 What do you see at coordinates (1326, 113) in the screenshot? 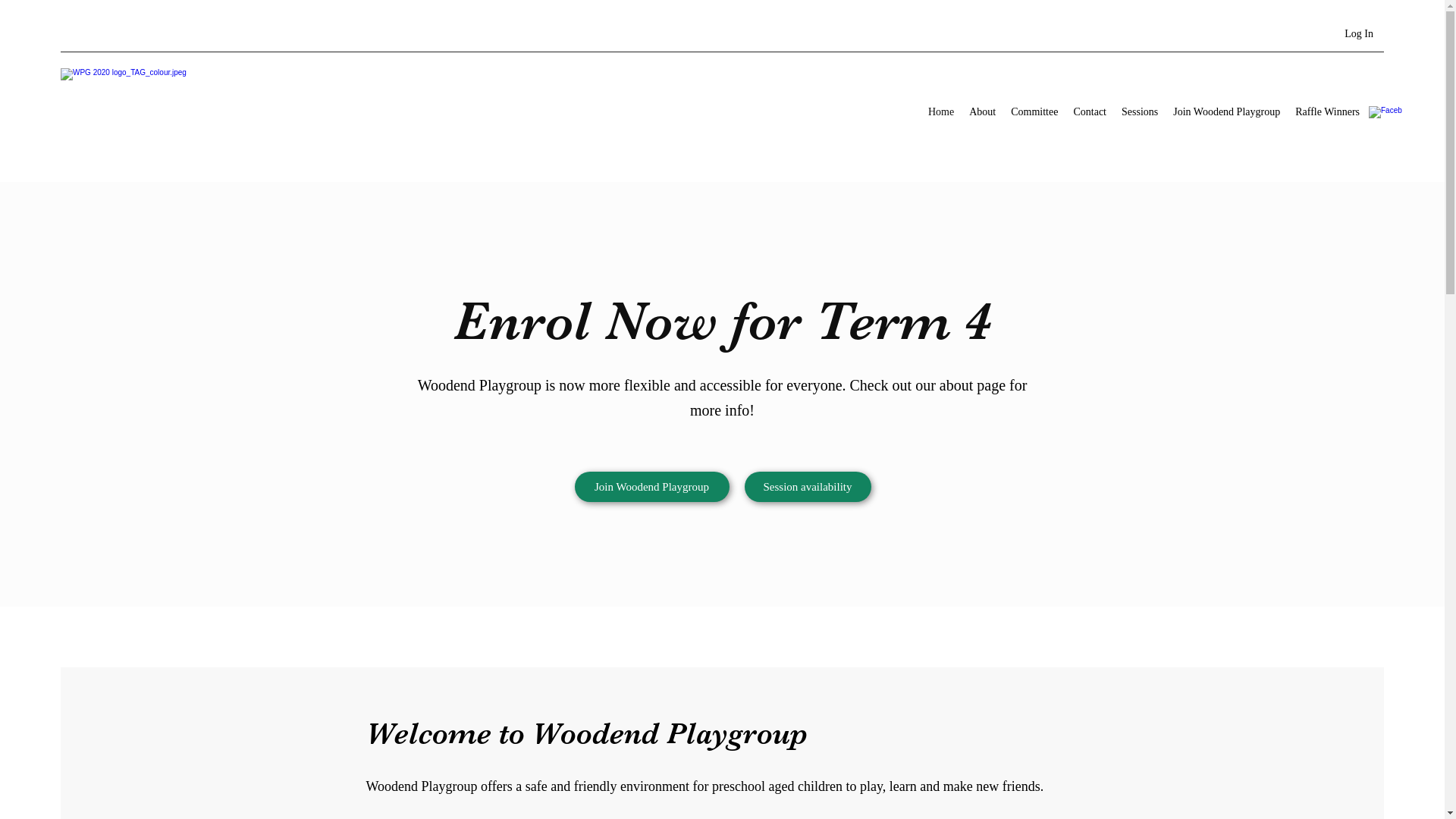
I see `'Raffle Winners'` at bounding box center [1326, 113].